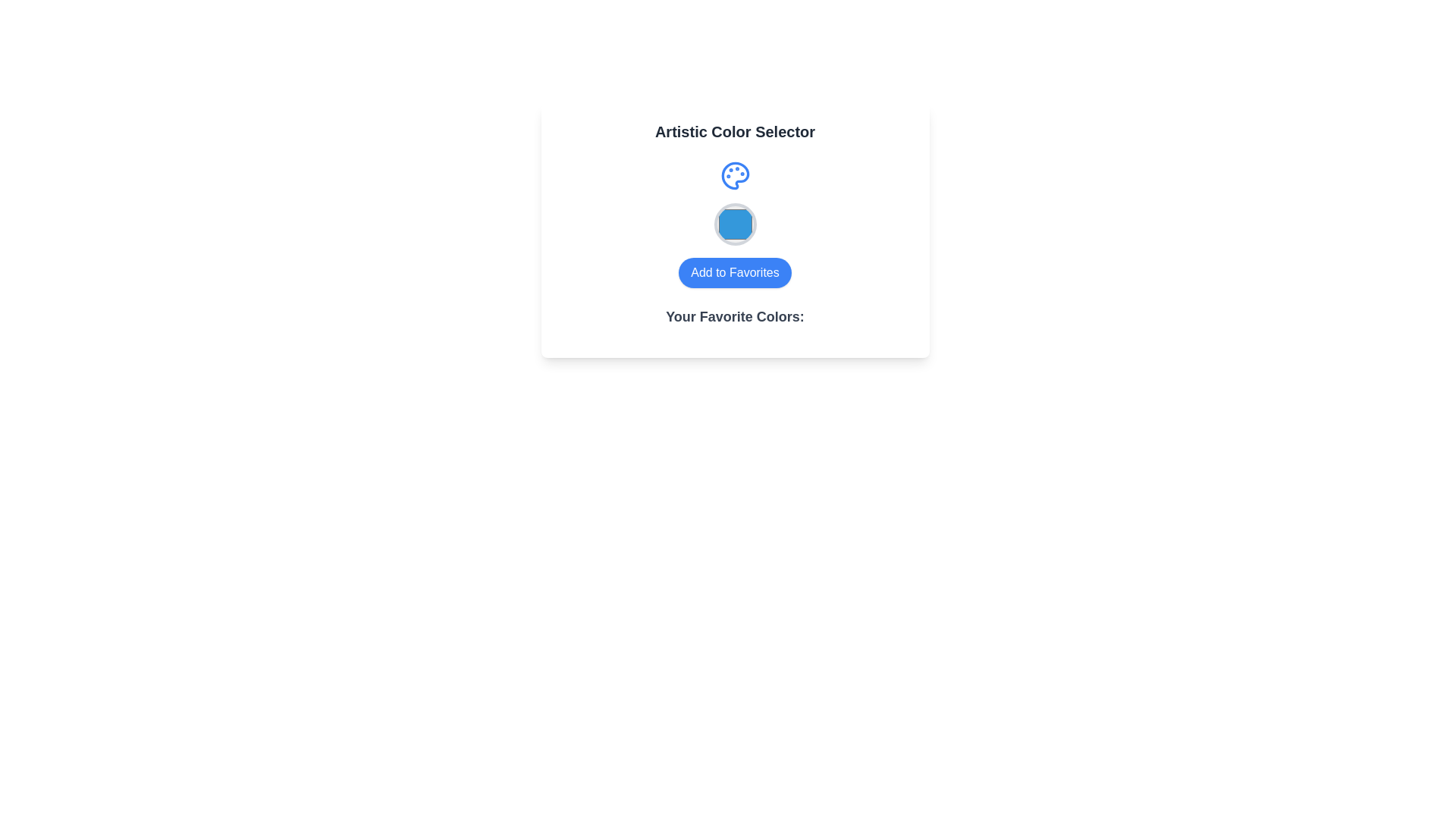  I want to click on text from the header labeled 'Your Favorite Colors:' located at the bottom of the UI card, directly underneath the blue 'Add to Favorites' button, so click(735, 322).